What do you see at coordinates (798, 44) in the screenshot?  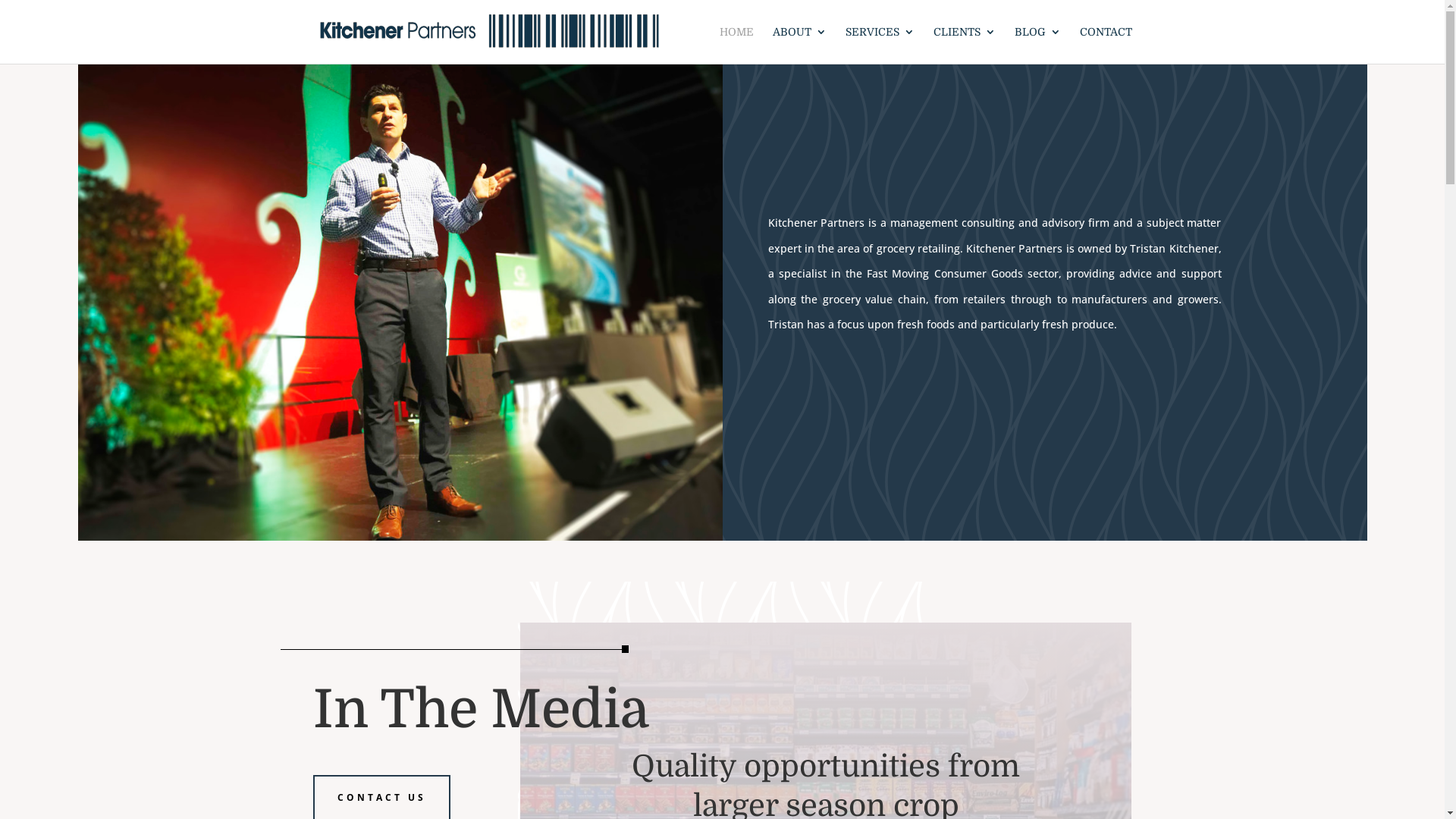 I see `'ABOUT'` at bounding box center [798, 44].